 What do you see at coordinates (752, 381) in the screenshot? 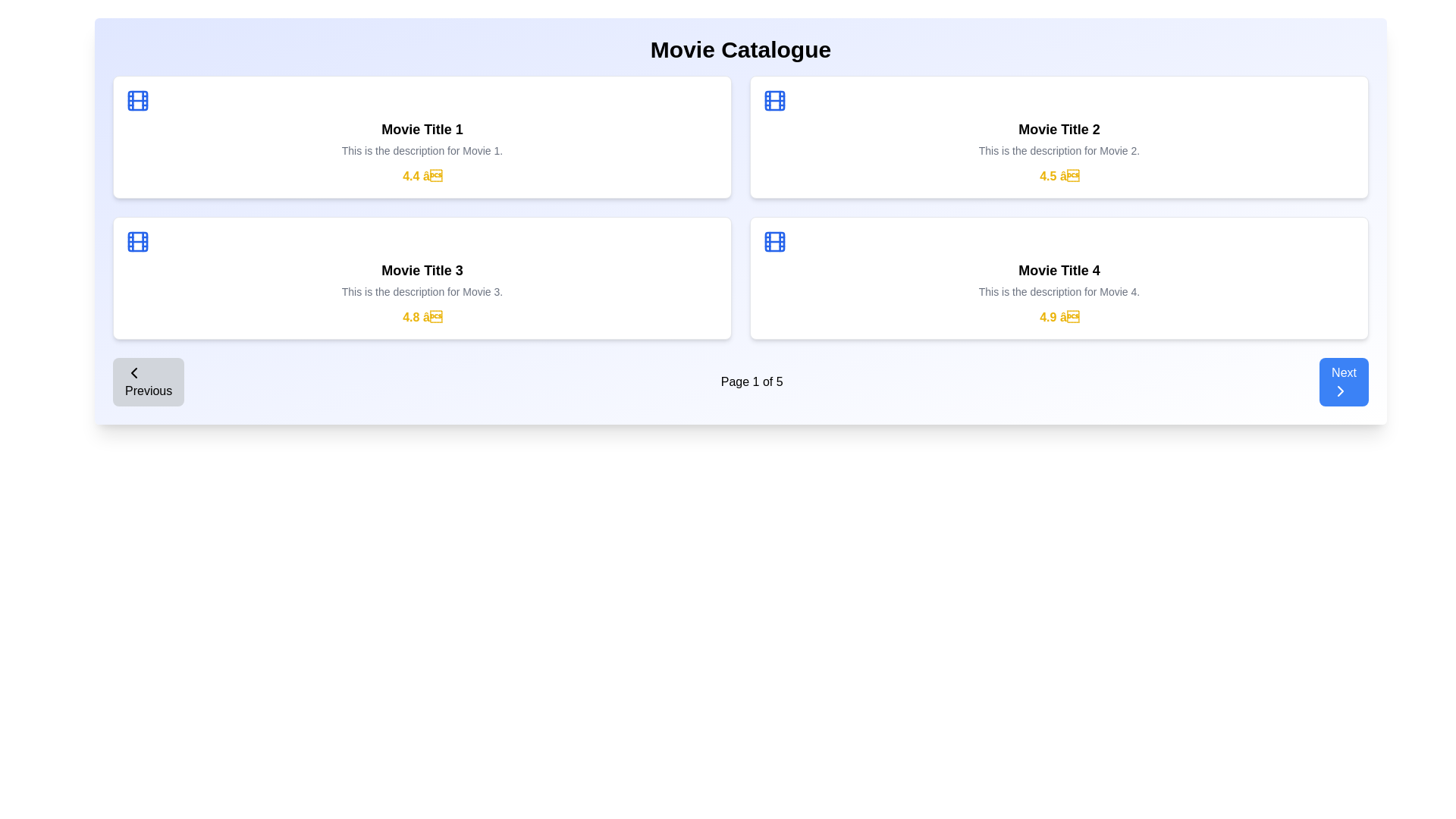
I see `the static text label displaying 'Page 1 of 5', which indicates the current page number in the pagination system located below the main movie entries` at bounding box center [752, 381].